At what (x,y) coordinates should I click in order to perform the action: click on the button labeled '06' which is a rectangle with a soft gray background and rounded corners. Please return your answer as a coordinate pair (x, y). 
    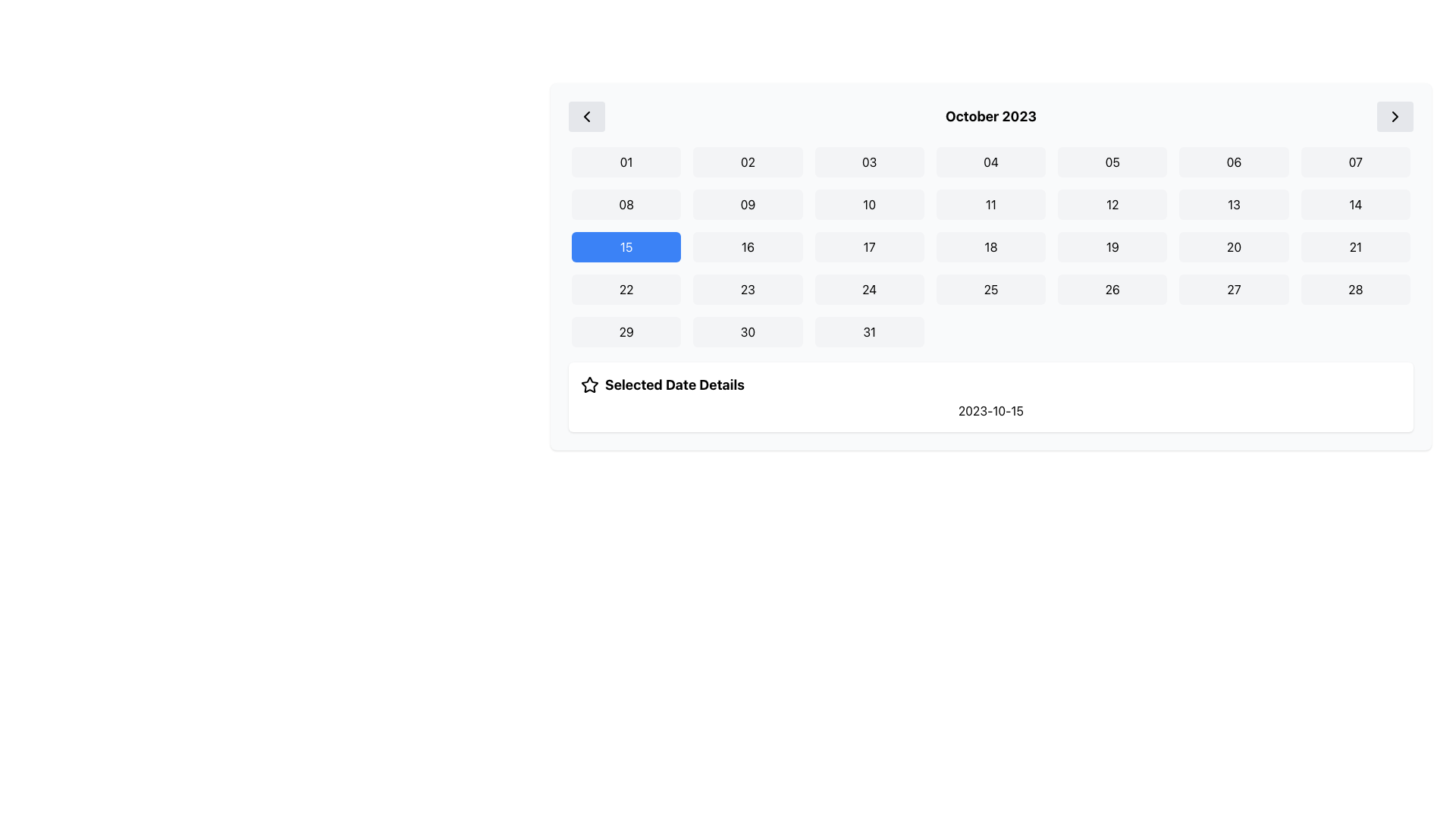
    Looking at the image, I should click on (1234, 162).